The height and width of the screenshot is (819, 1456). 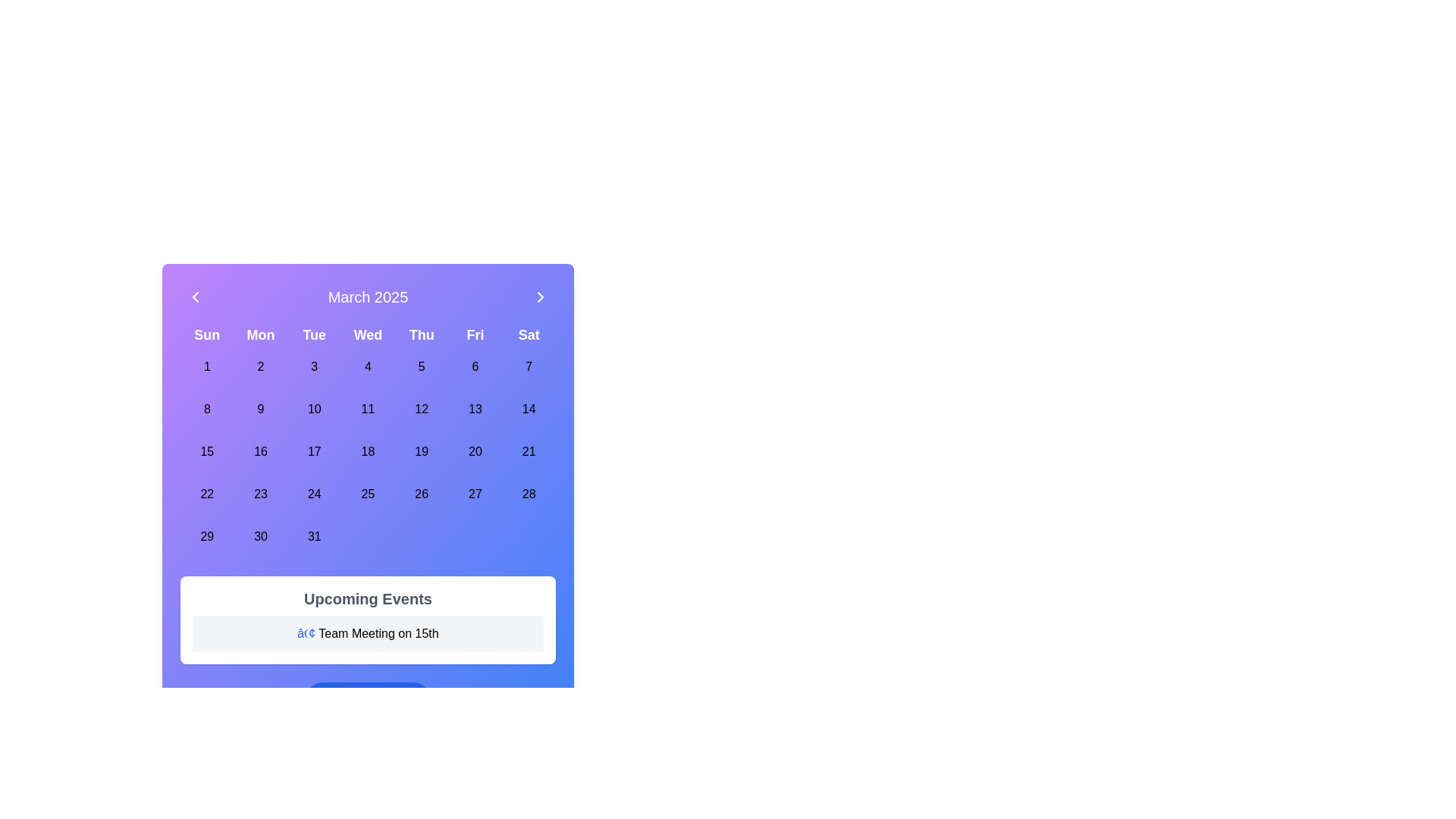 What do you see at coordinates (422, 451) in the screenshot?
I see `the rounded rectangular button displaying the number '19'` at bounding box center [422, 451].